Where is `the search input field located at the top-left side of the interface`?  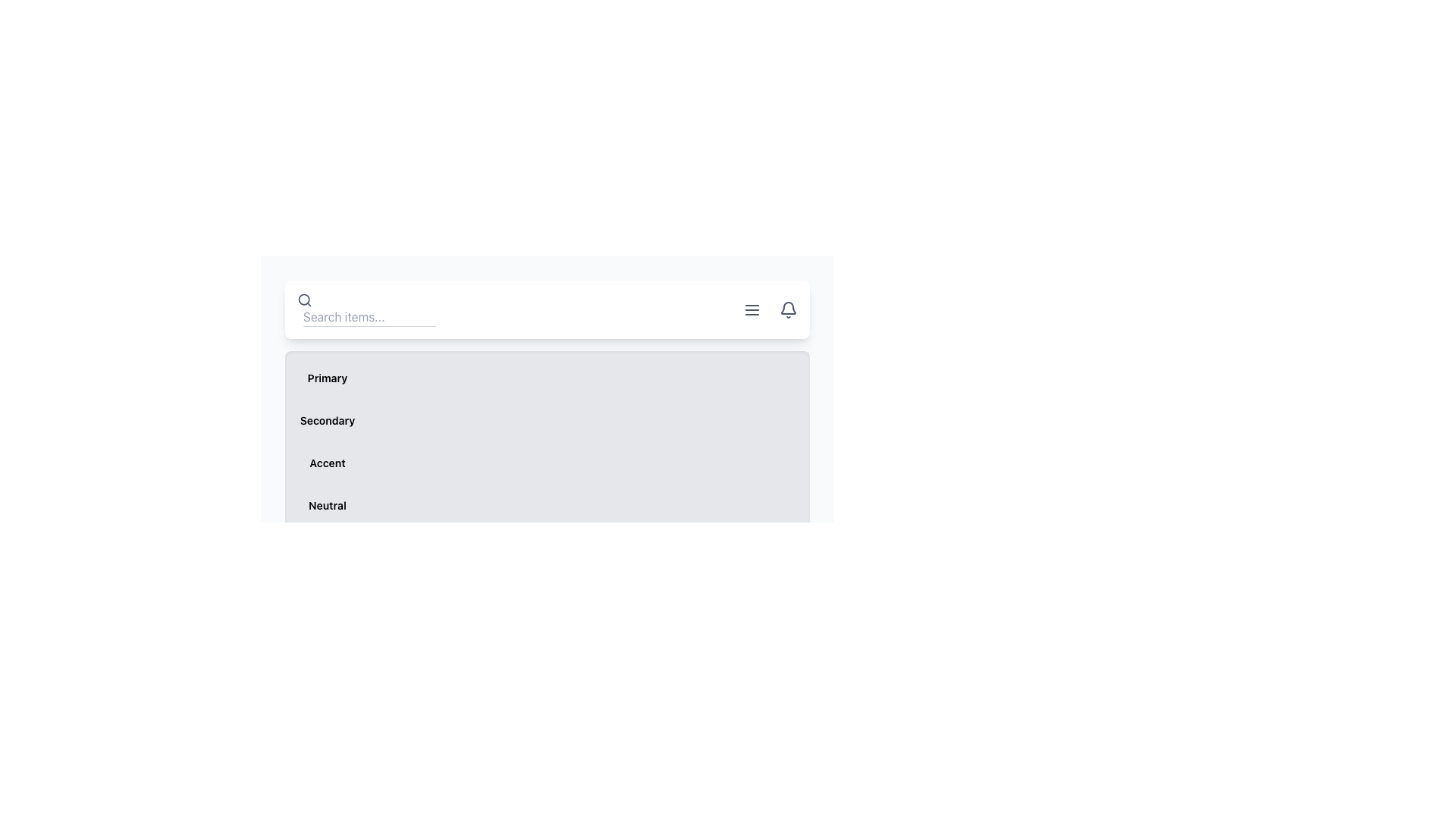 the search input field located at the top-left side of the interface is located at coordinates (366, 309).